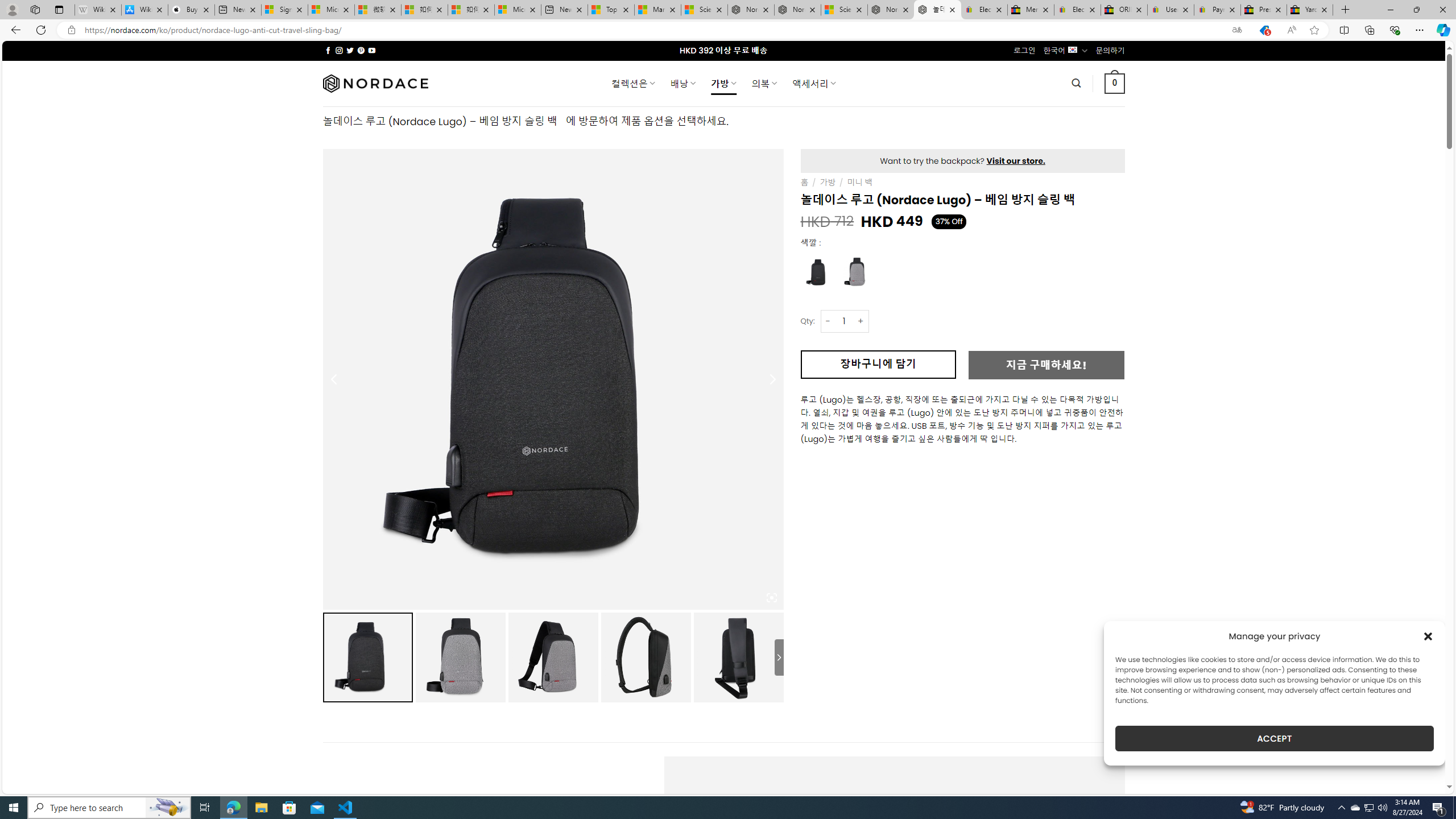 Image resolution: width=1456 pixels, height=819 pixels. What do you see at coordinates (861, 320) in the screenshot?
I see `'+'` at bounding box center [861, 320].